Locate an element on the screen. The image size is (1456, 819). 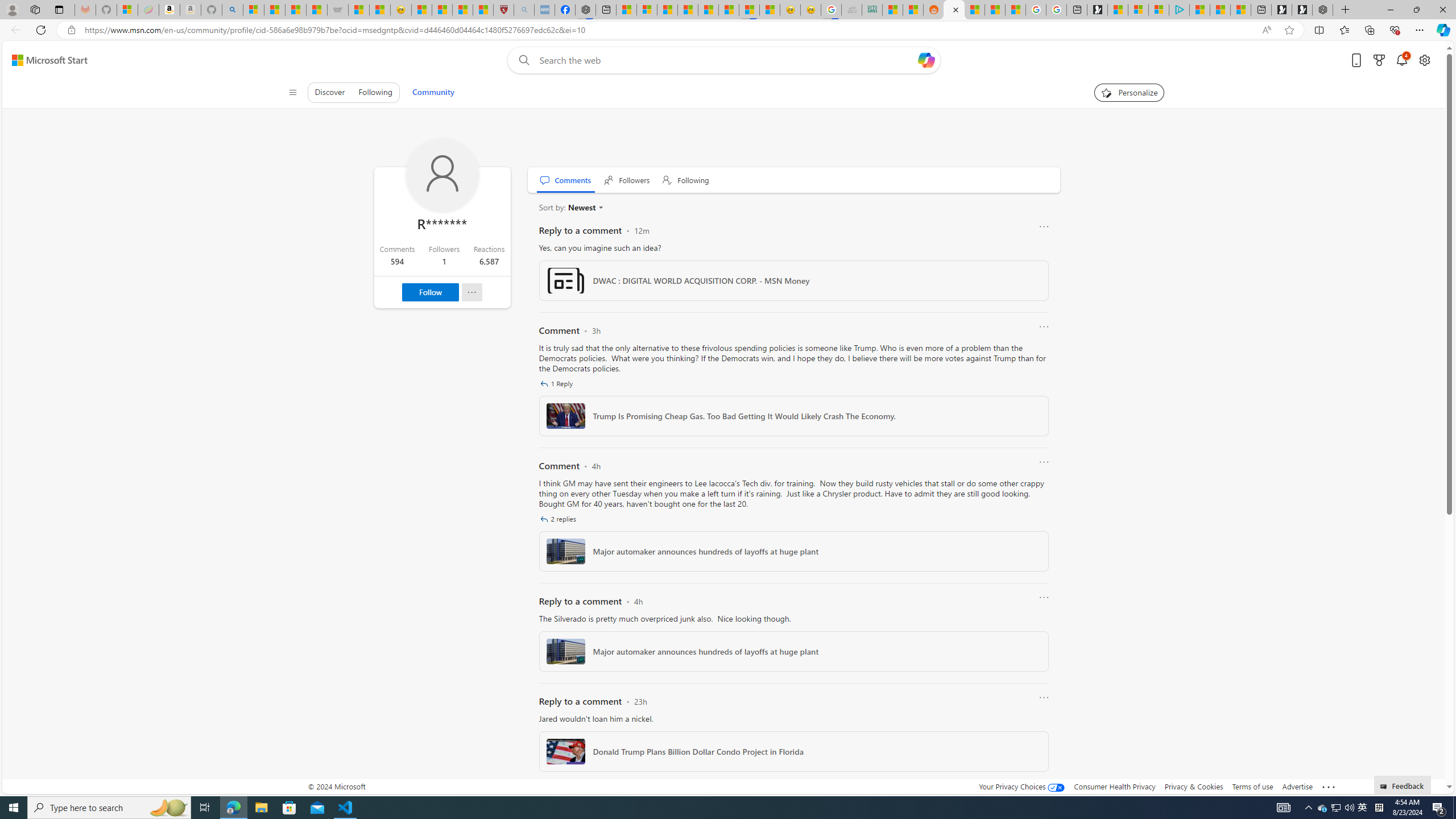
' Followers' is located at coordinates (626, 179).